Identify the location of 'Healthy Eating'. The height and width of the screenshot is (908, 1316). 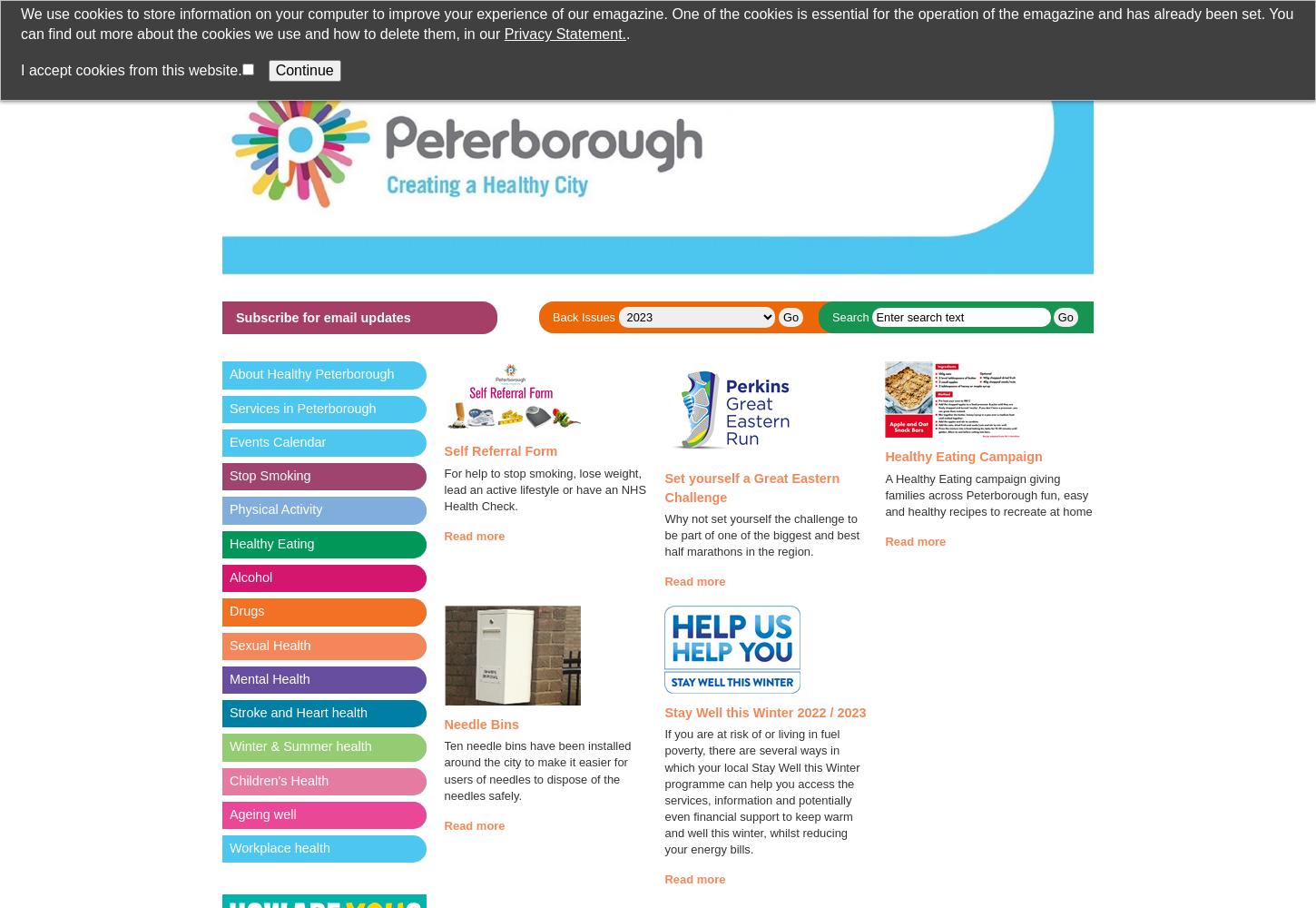
(230, 542).